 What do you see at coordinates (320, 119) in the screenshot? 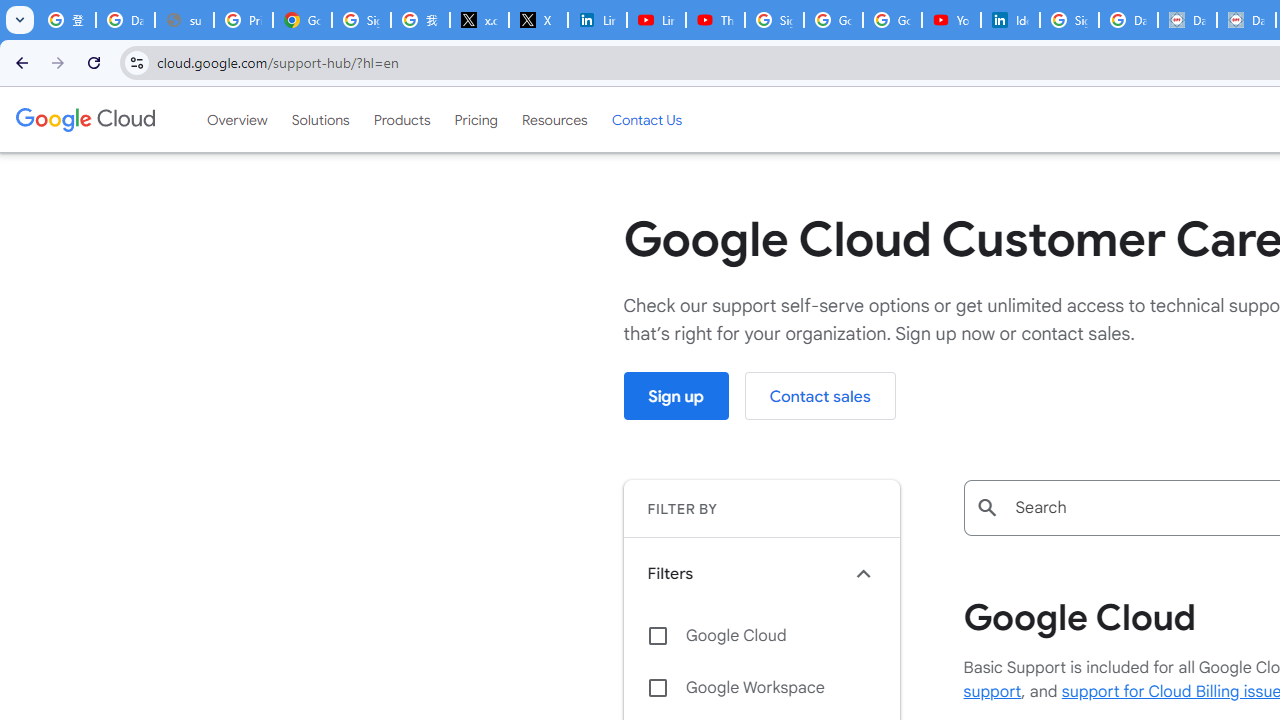
I see `'Solutions'` at bounding box center [320, 119].